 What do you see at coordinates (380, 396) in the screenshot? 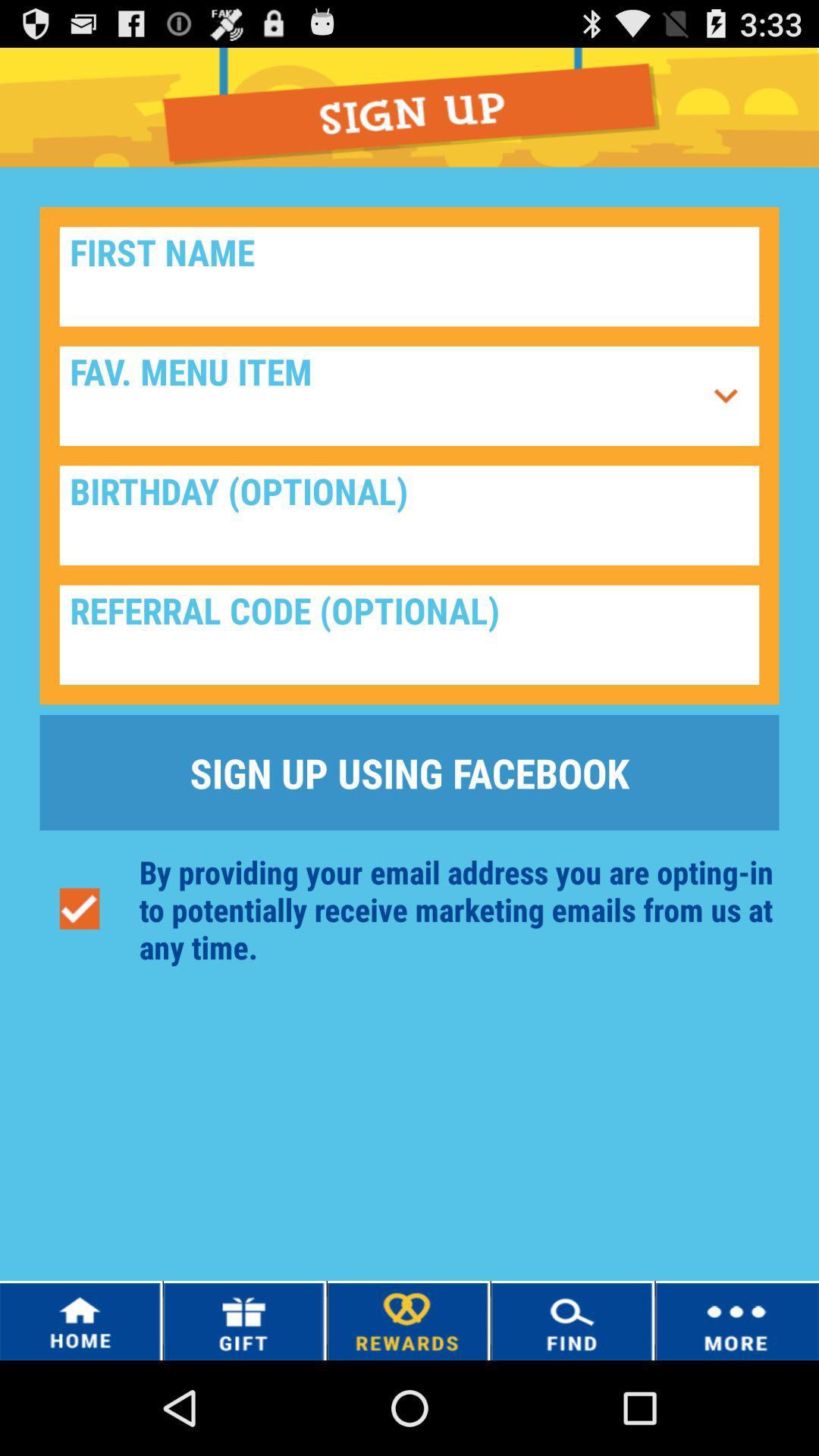
I see `click fav.menu item` at bounding box center [380, 396].